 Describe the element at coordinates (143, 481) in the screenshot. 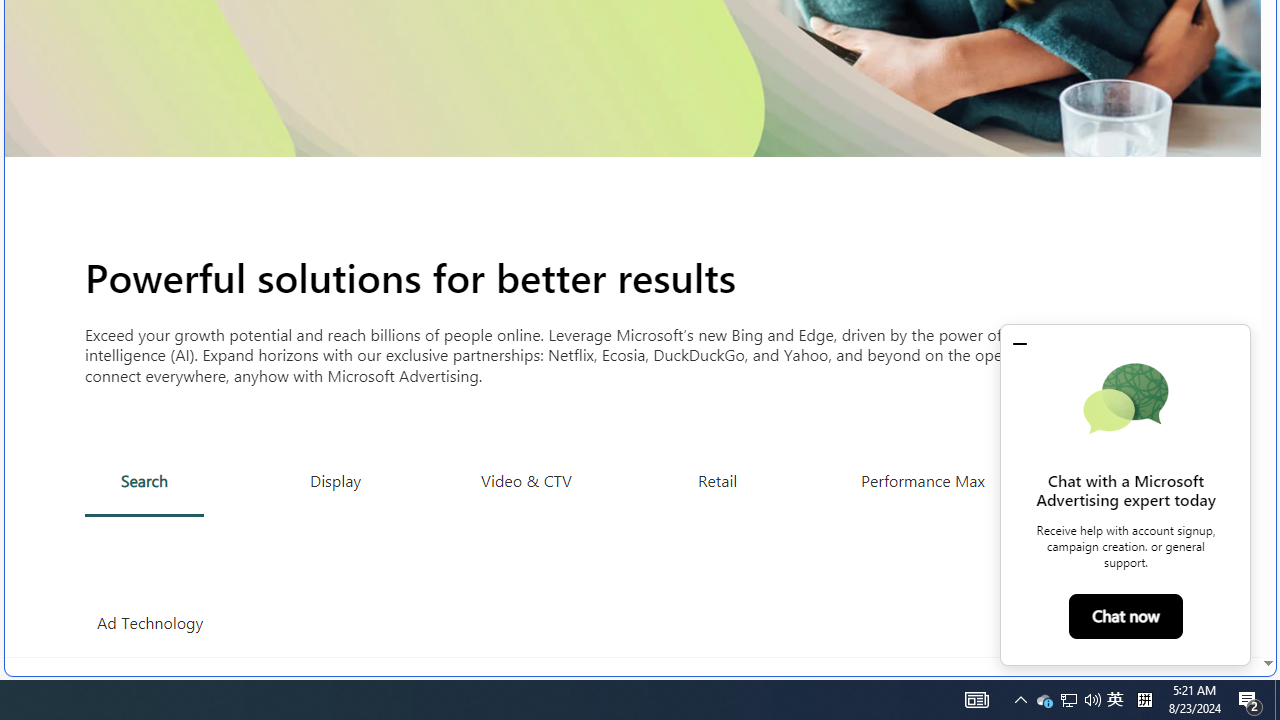

I see `'Search'` at that location.